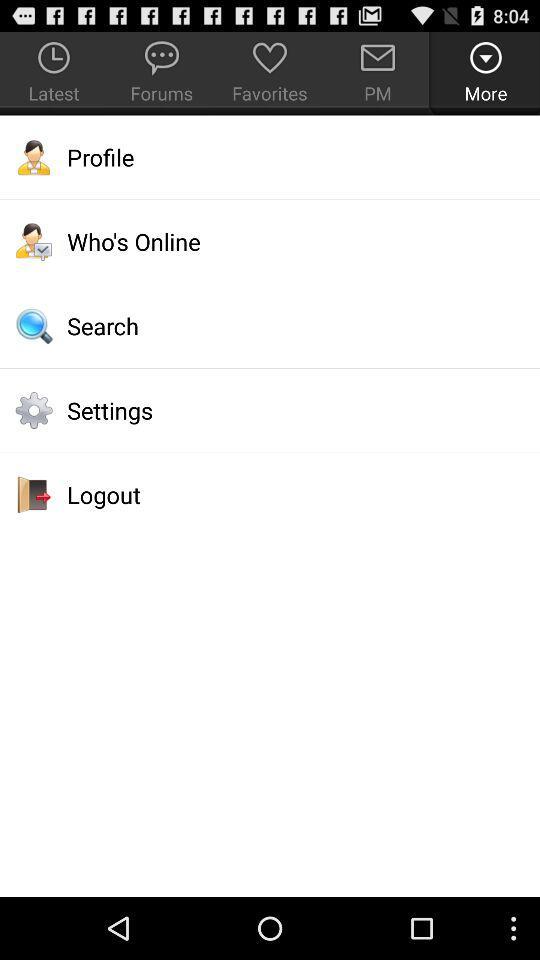 The width and height of the screenshot is (540, 960). What do you see at coordinates (270, 409) in the screenshot?
I see `the item above the   logout icon` at bounding box center [270, 409].